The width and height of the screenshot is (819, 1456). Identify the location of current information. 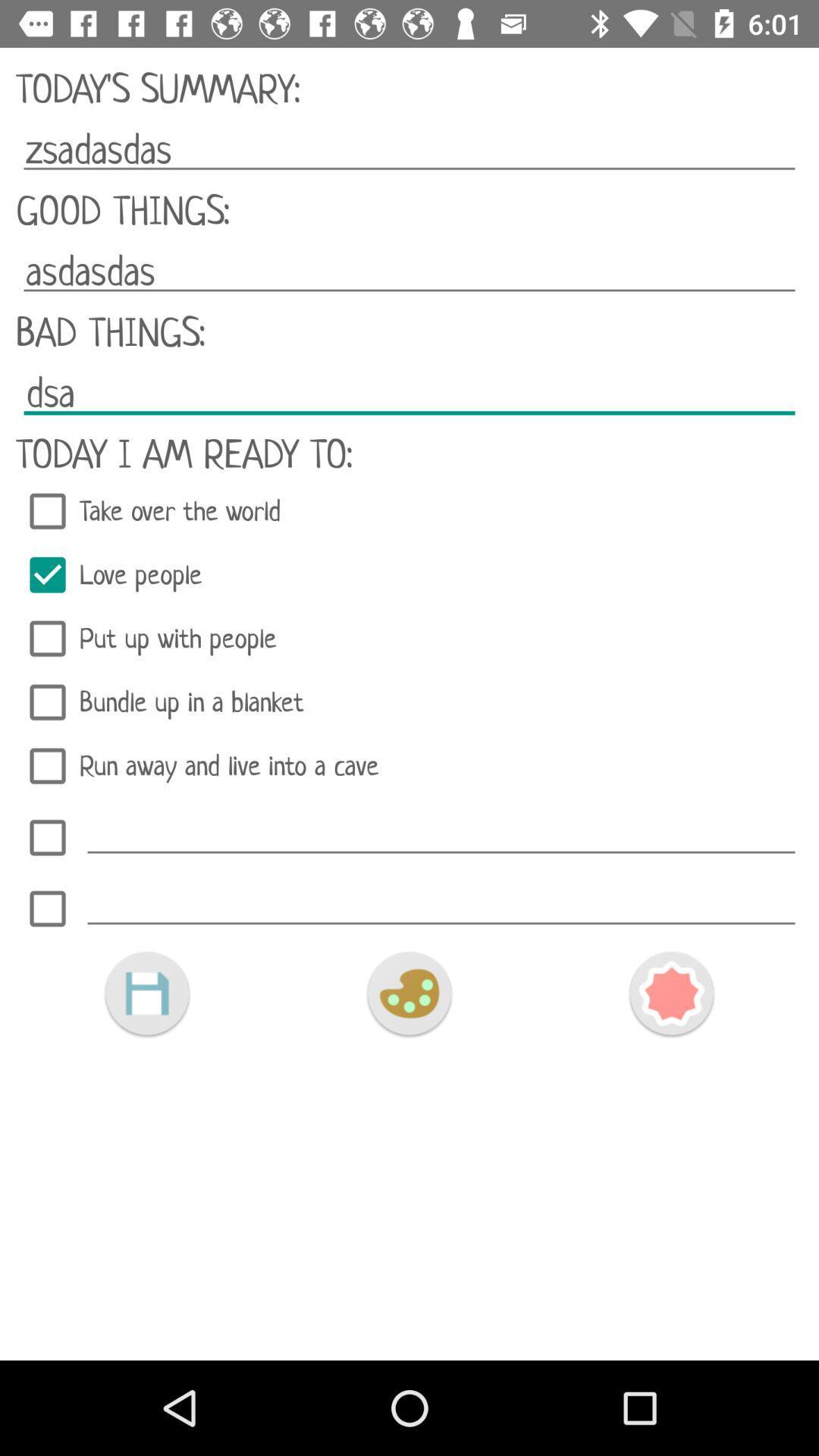
(146, 993).